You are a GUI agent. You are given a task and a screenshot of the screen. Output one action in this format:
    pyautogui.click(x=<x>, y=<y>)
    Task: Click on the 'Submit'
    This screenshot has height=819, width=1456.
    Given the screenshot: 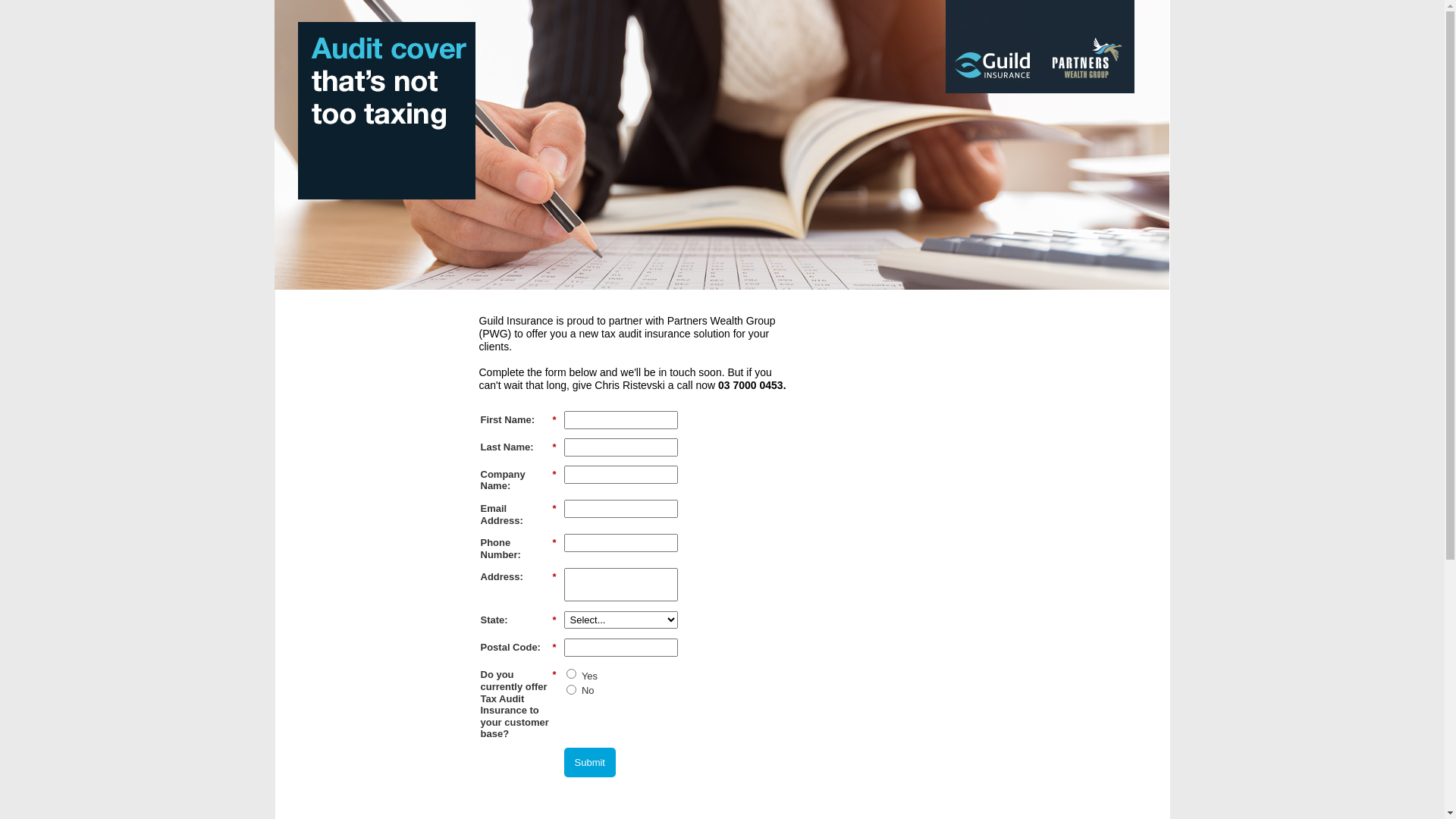 What is the action you would take?
    pyautogui.click(x=588, y=762)
    